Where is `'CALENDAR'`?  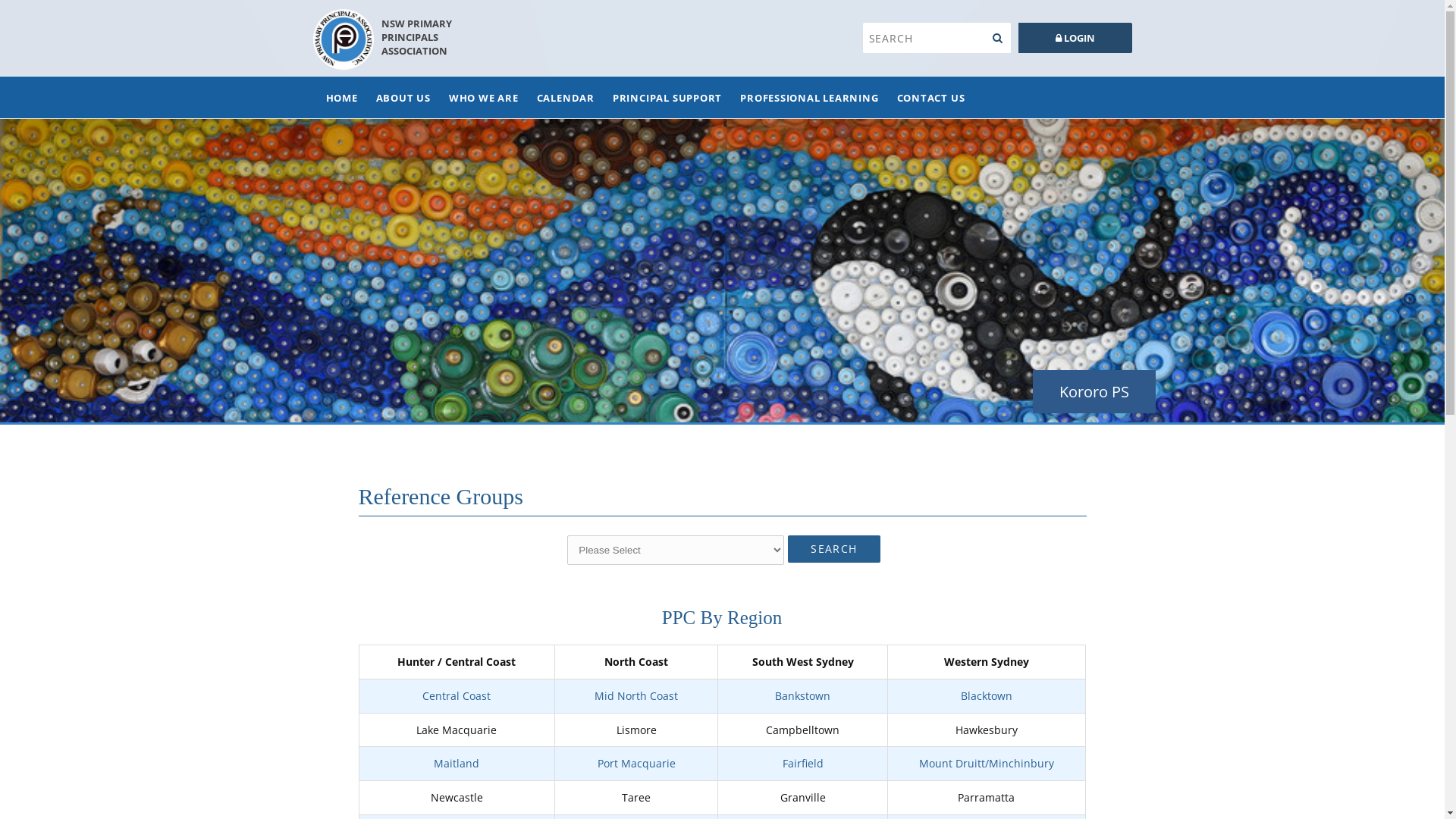 'CALENDAR' is located at coordinates (564, 97).